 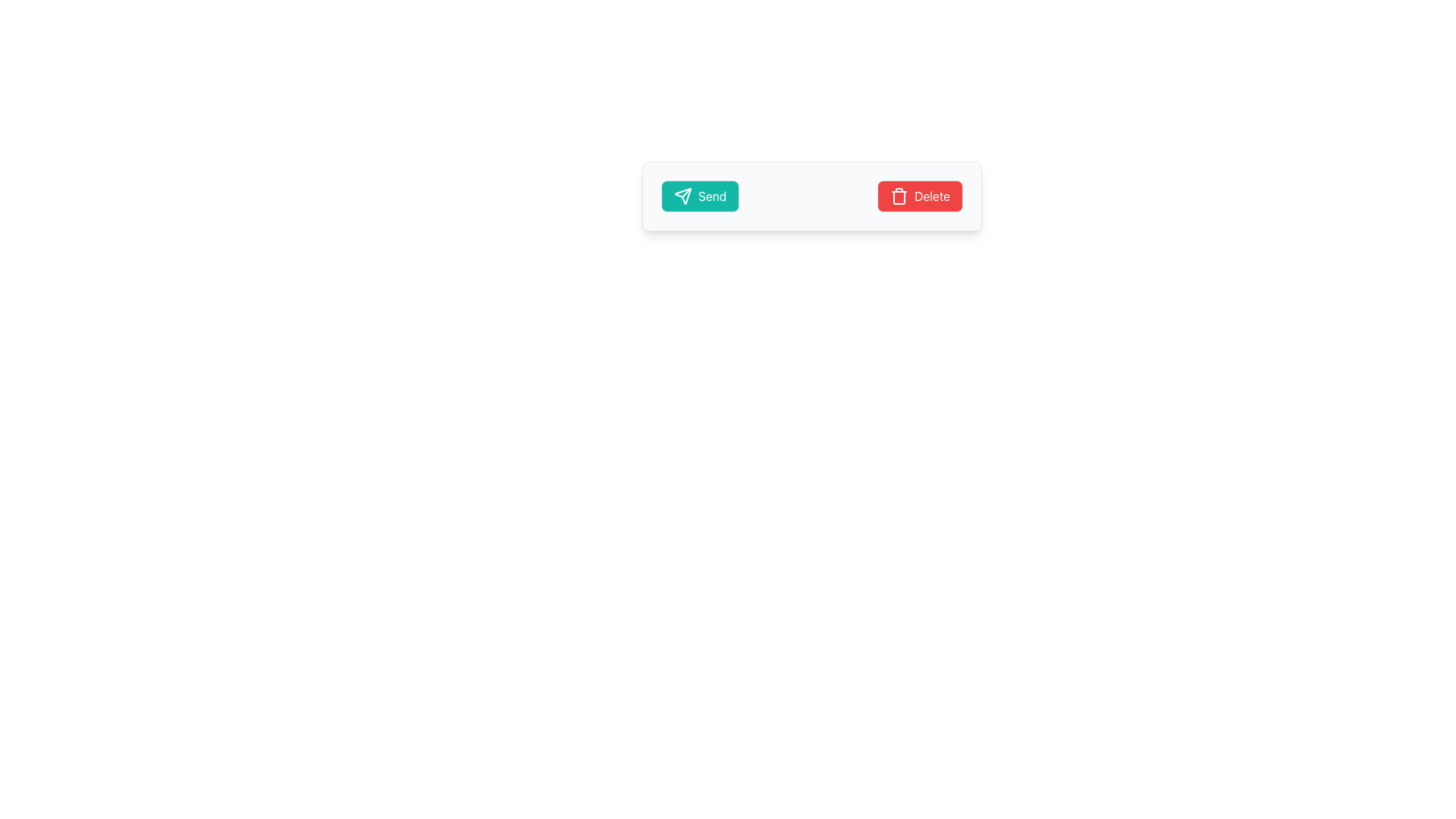 I want to click on the red rectangular button labeled 'Delete' with a trash can icon, which changes color when hovered, to trigger potential secondary effects, so click(x=919, y=195).